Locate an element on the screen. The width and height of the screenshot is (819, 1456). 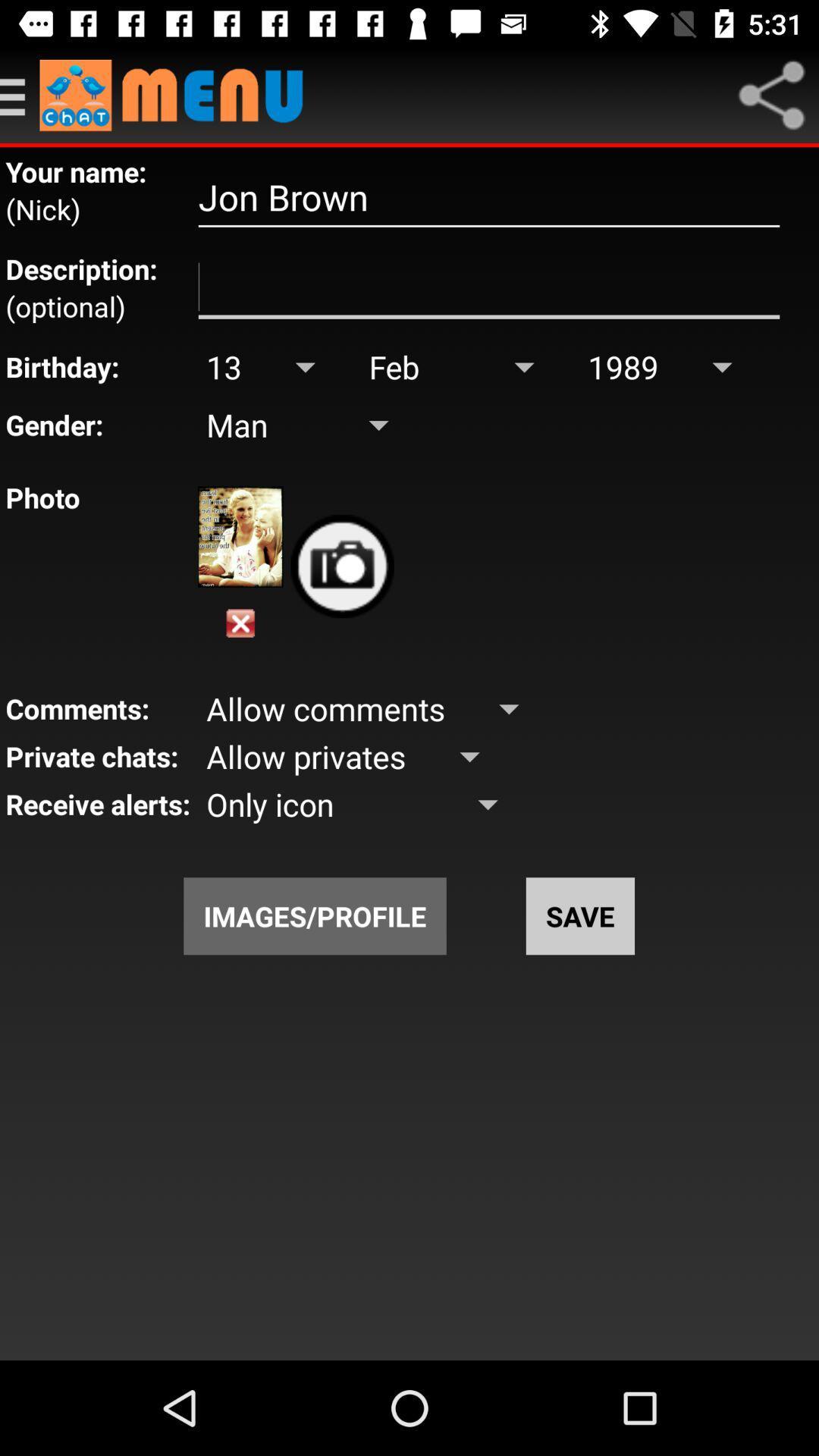
setting in privacy is located at coordinates (20, 94).